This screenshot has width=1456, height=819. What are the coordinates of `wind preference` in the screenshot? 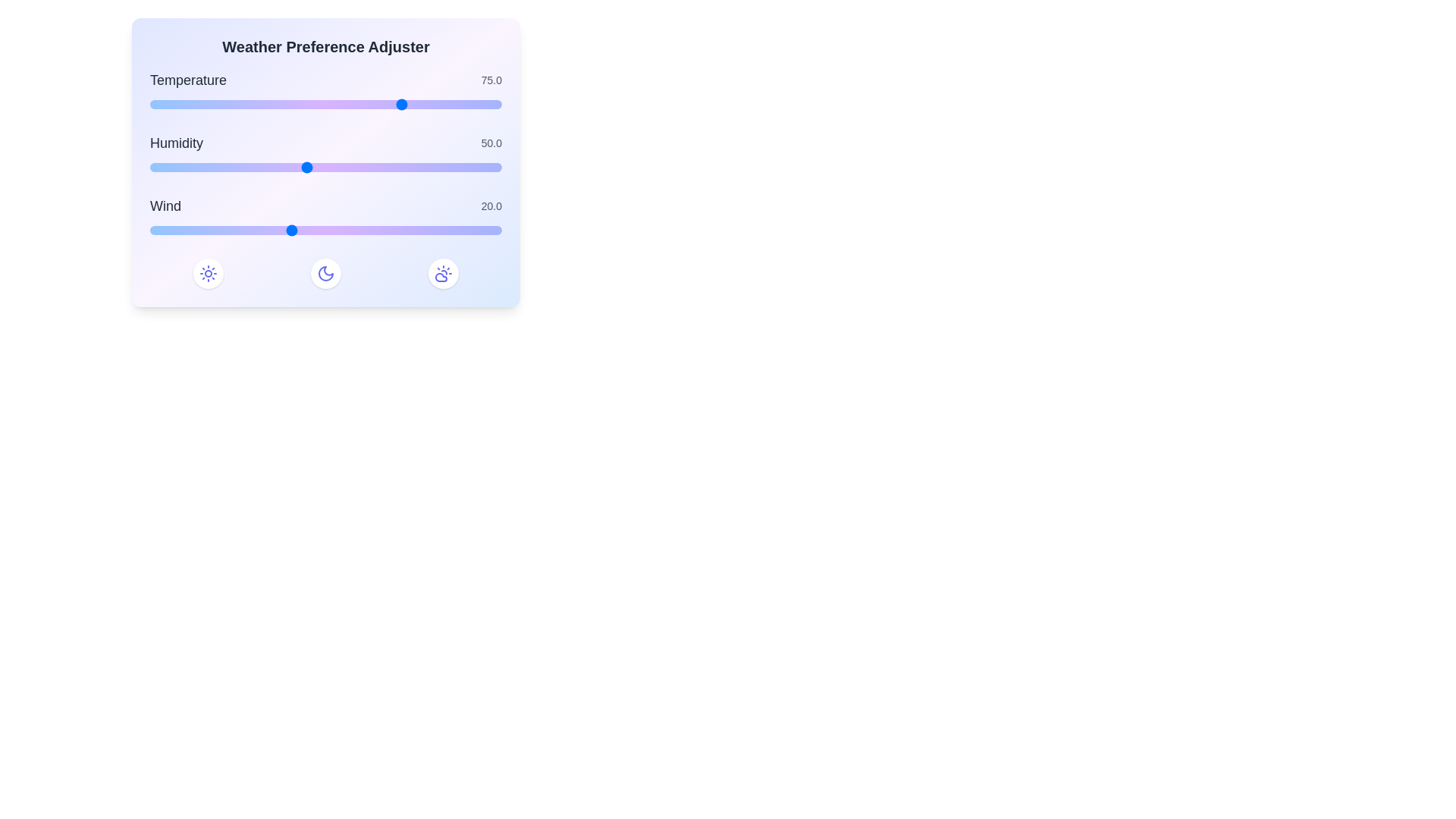 It's located at (444, 231).